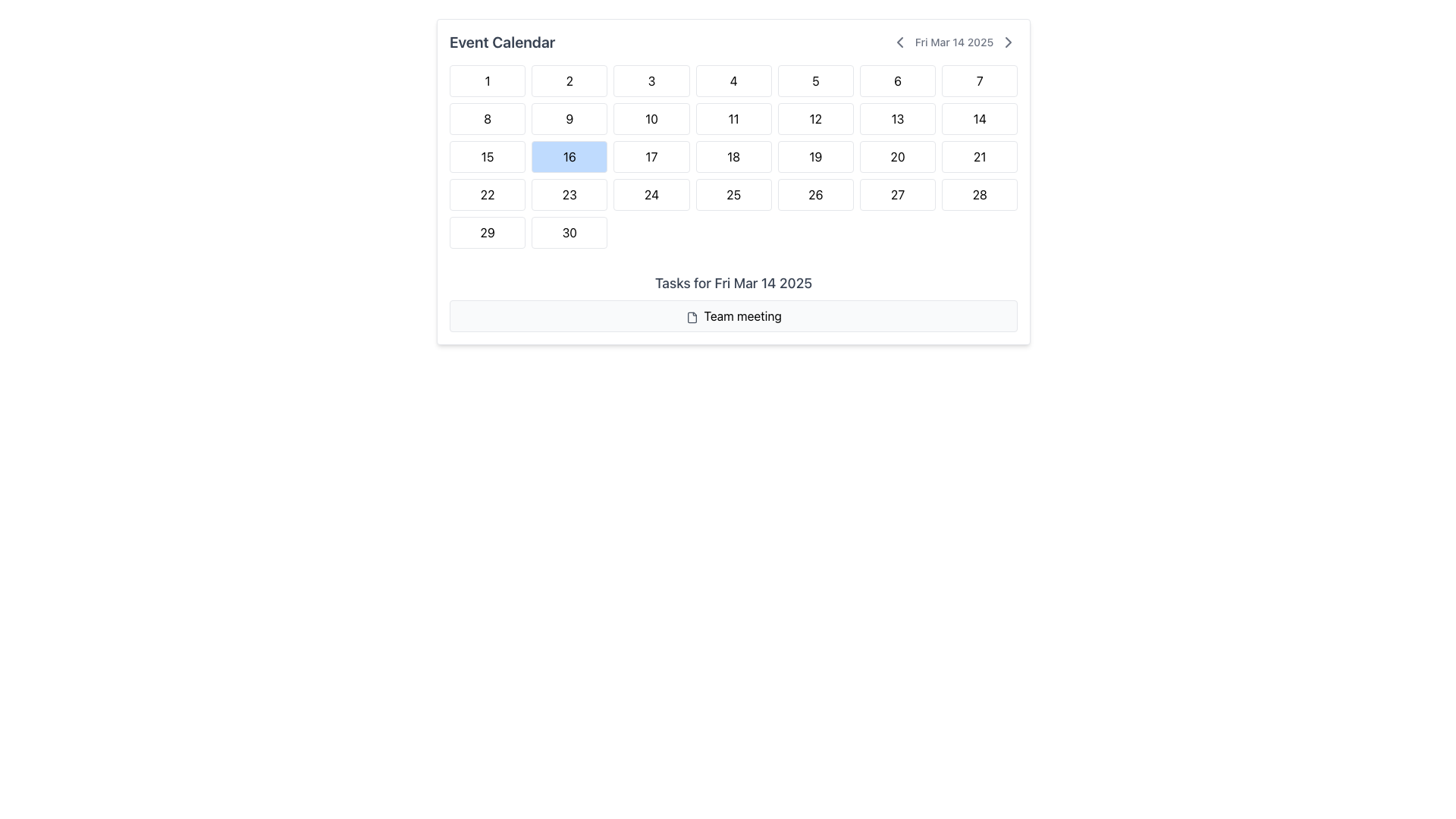 This screenshot has width=1456, height=819. Describe the element at coordinates (814, 157) in the screenshot. I see `the labeled display box showing the number '19' located in the third row and fifth column under the 'Event Calendar' header` at that location.